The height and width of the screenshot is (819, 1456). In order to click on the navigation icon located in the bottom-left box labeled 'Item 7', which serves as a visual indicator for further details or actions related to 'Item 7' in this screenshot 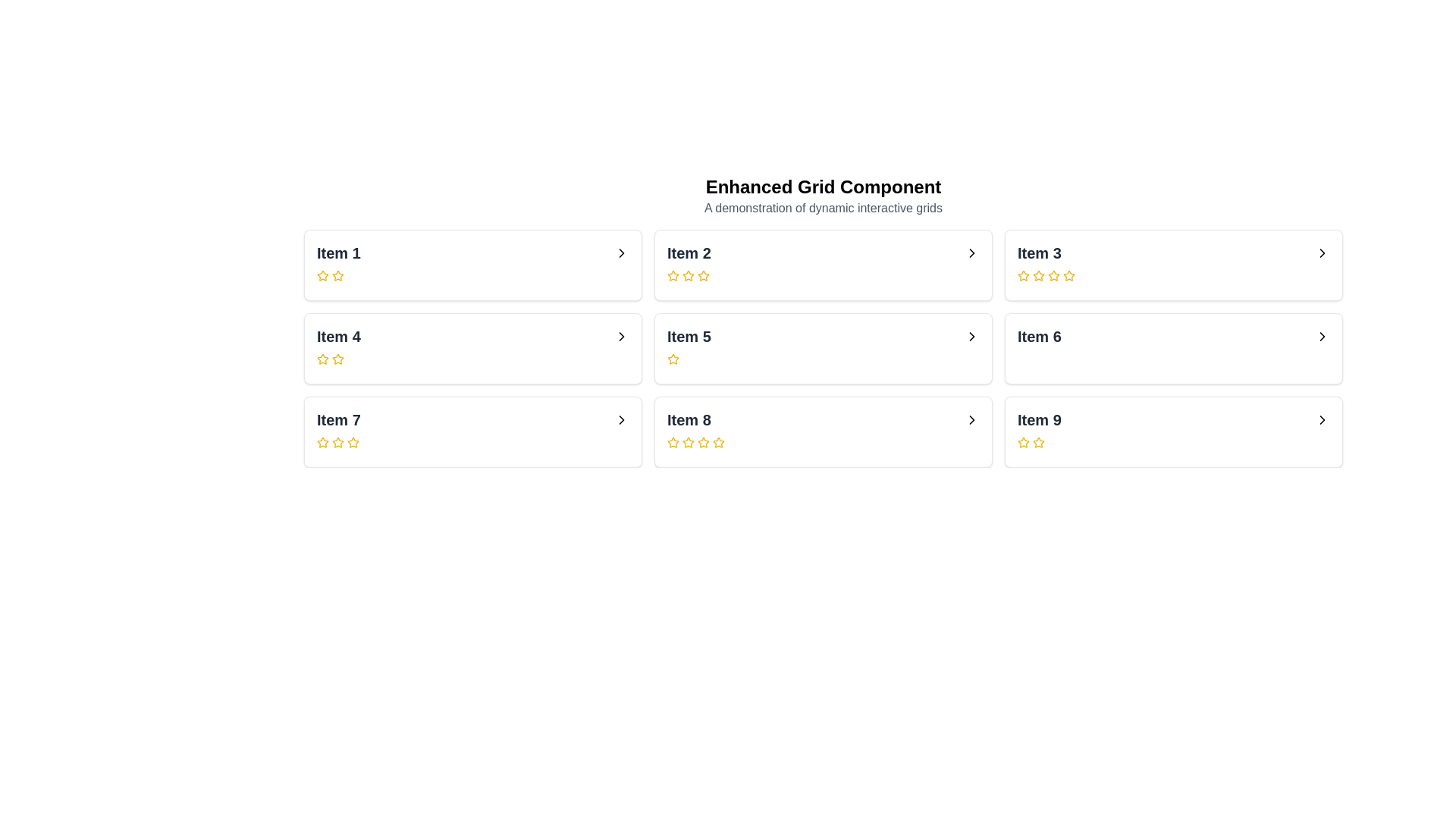, I will do `click(622, 420)`.